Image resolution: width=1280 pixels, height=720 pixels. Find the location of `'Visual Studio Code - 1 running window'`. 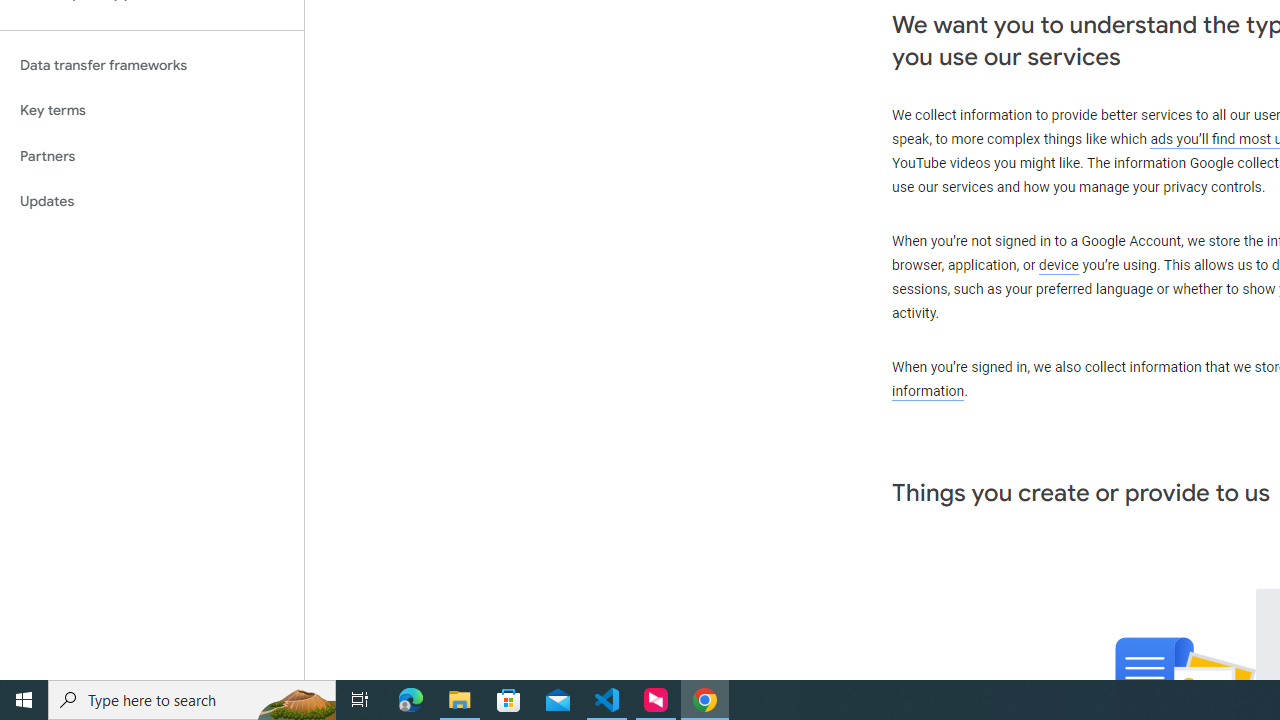

'Visual Studio Code - 1 running window' is located at coordinates (606, 698).